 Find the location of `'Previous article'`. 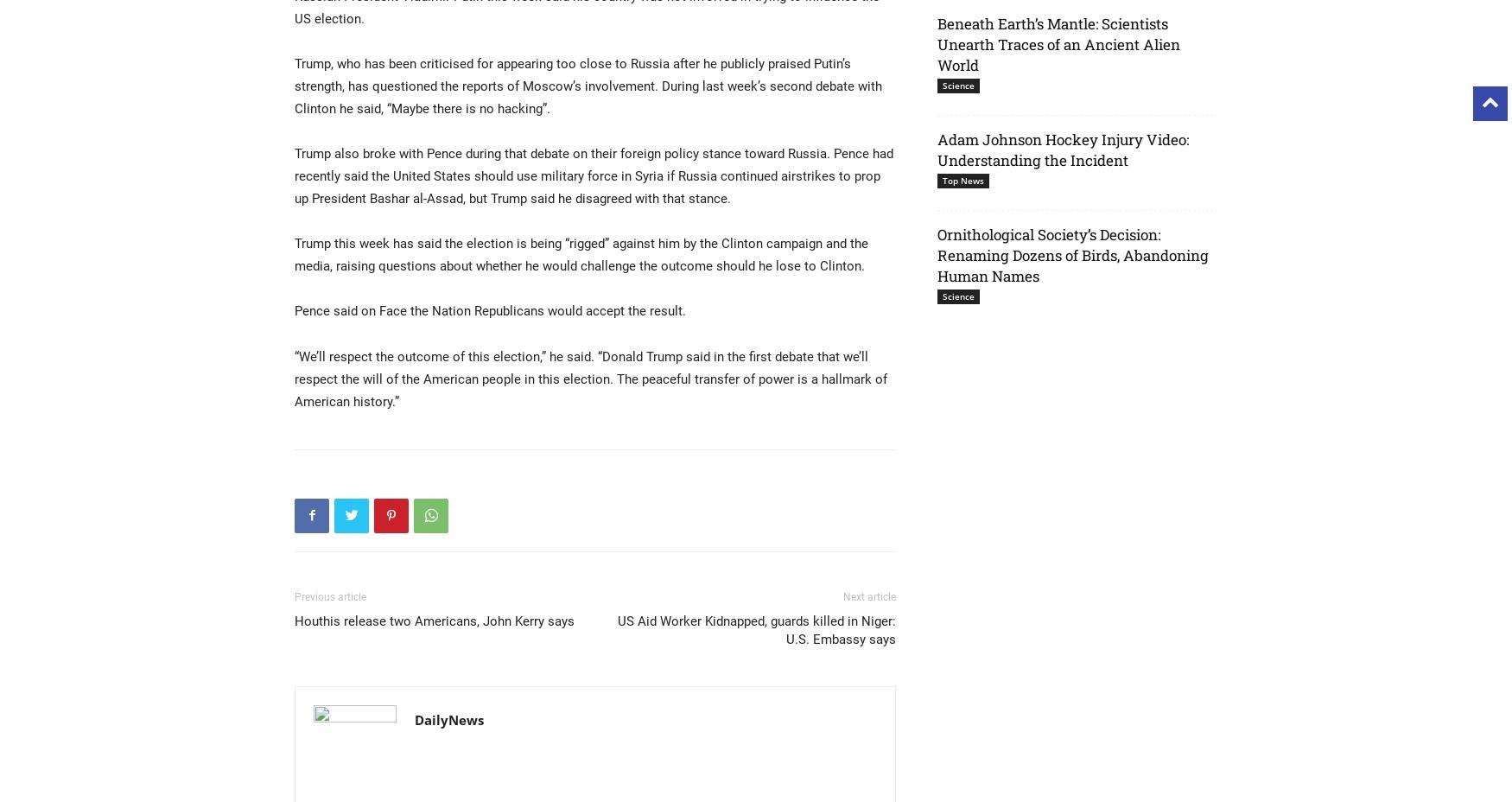

'Previous article' is located at coordinates (329, 595).